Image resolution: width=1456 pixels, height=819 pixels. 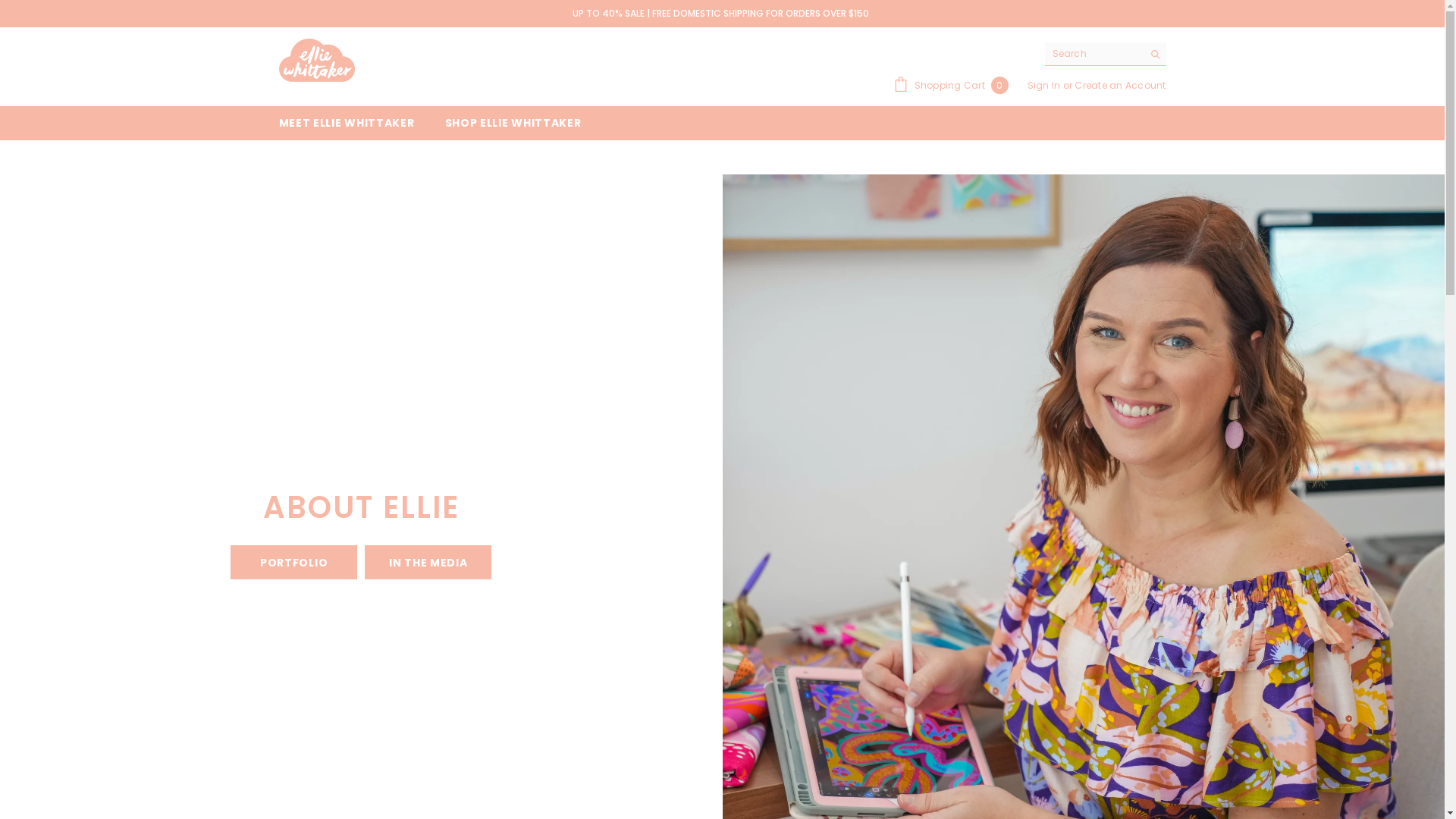 What do you see at coordinates (1044, 85) in the screenshot?
I see `'Sign In'` at bounding box center [1044, 85].